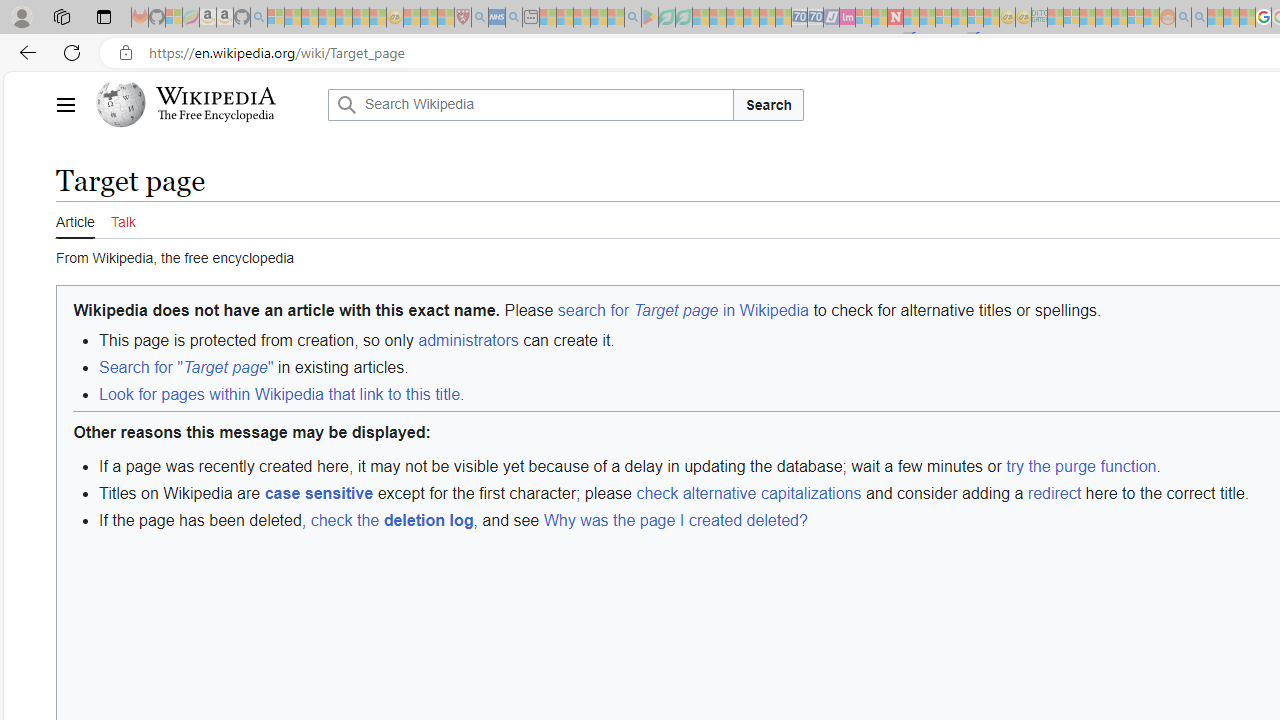 This screenshot has width=1280, height=720. I want to click on 'Talk', so click(121, 219).